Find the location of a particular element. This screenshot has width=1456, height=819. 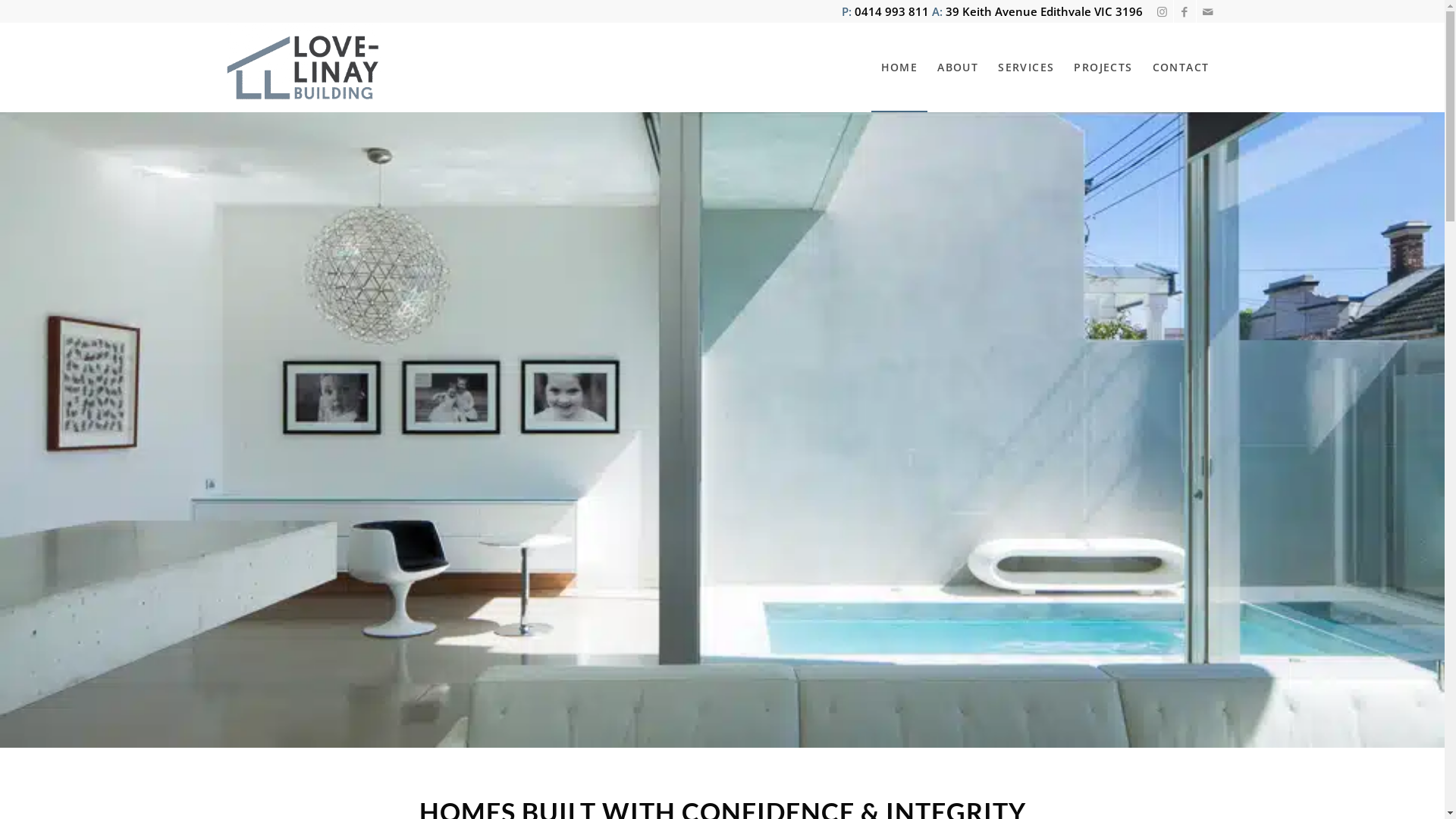

'ABOUT' is located at coordinates (956, 66).